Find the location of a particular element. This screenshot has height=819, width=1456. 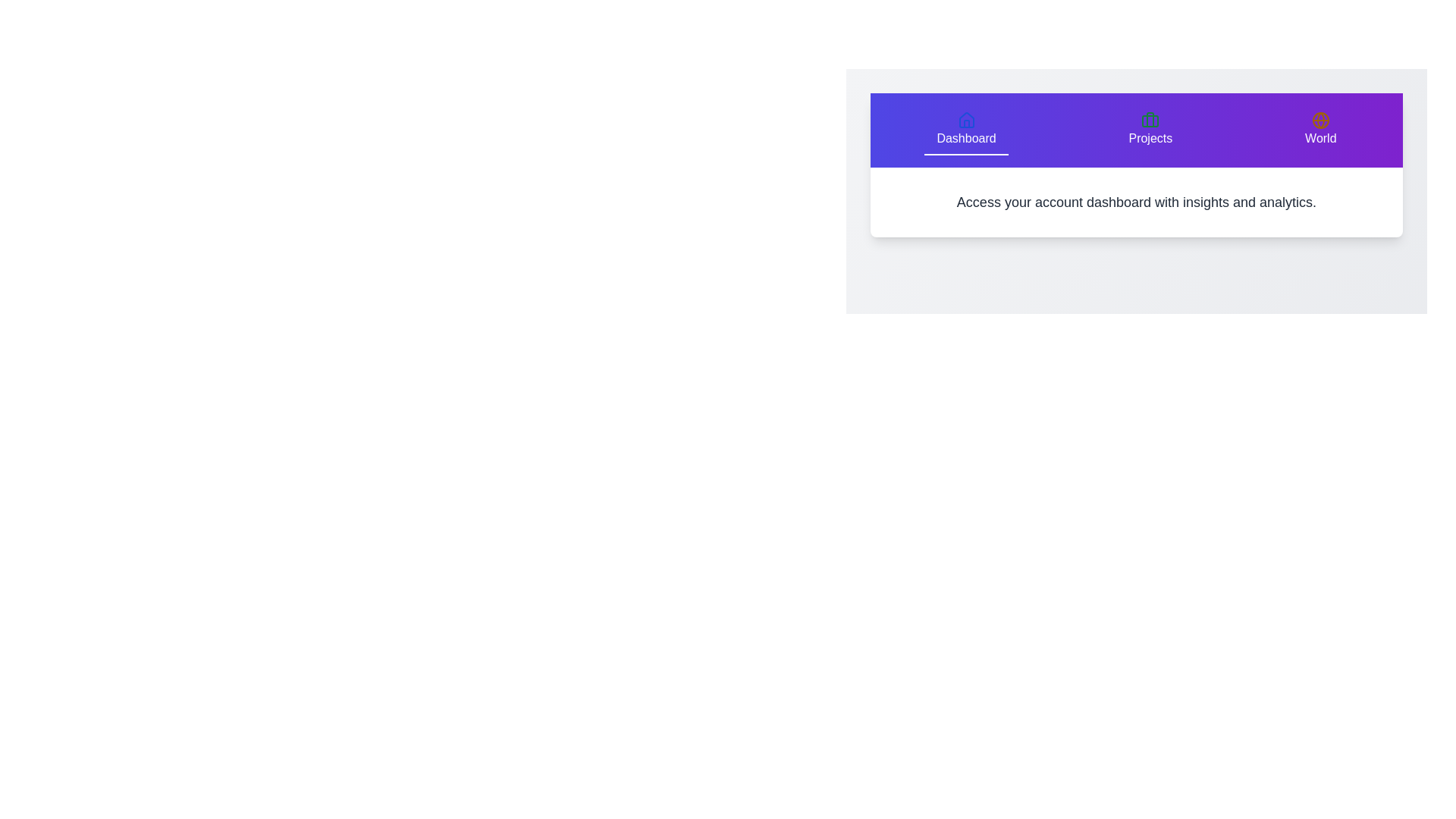

the 'Dashboard' tab to view its content is located at coordinates (965, 130).